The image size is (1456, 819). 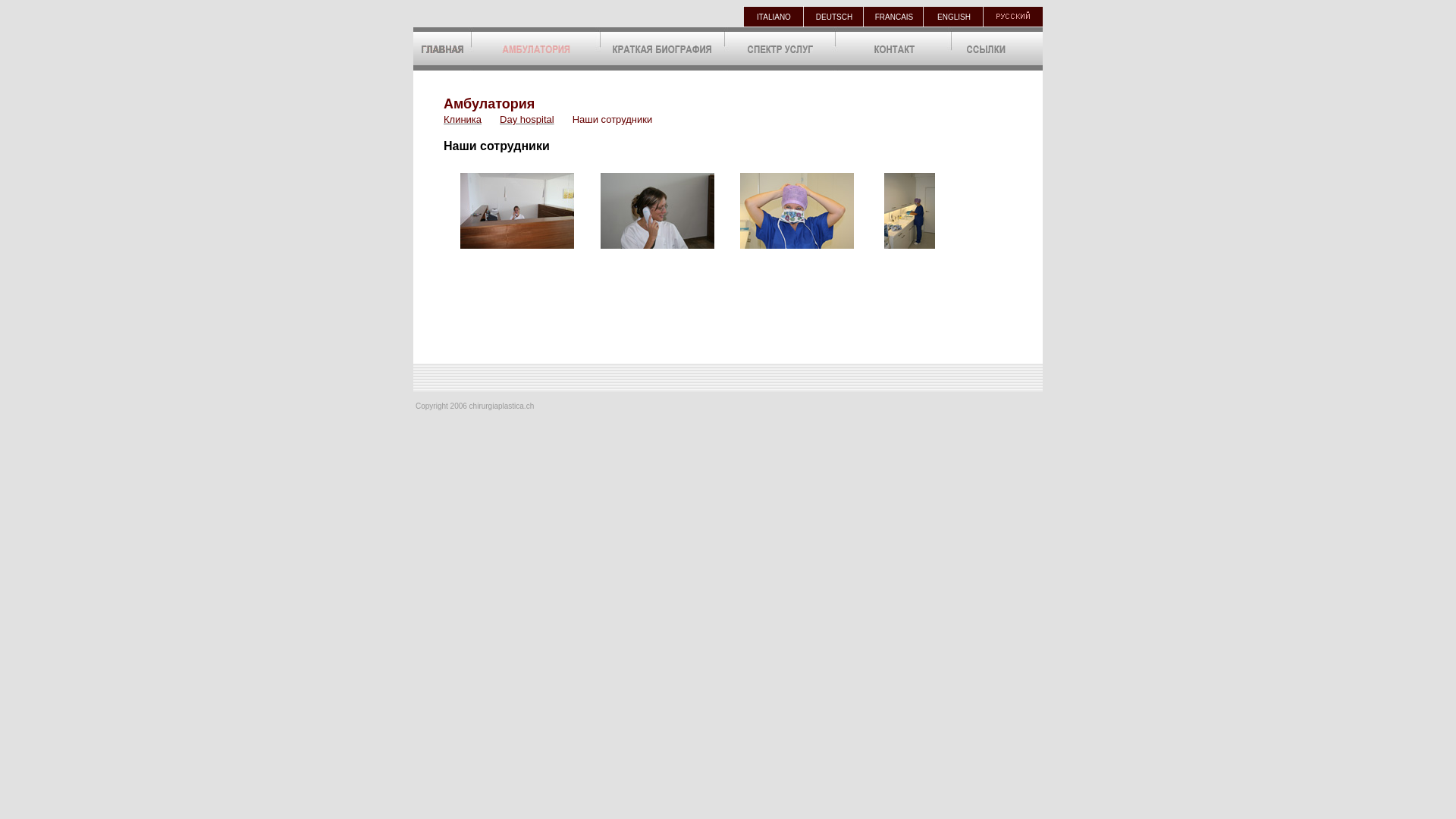 What do you see at coordinates (894, 16) in the screenshot?
I see `'FRANCAIS'` at bounding box center [894, 16].